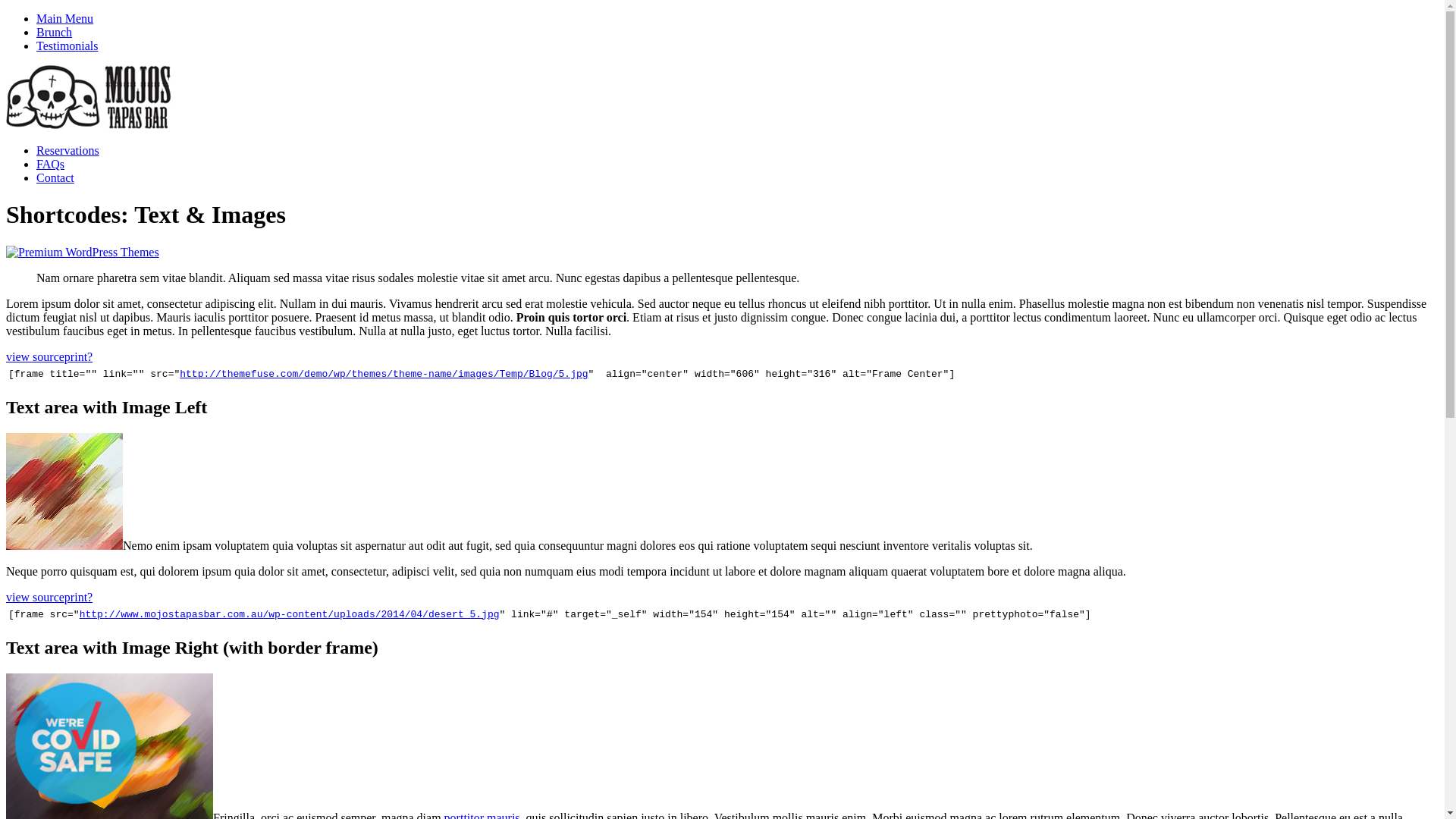  I want to click on 'Main Menu', so click(64, 18).